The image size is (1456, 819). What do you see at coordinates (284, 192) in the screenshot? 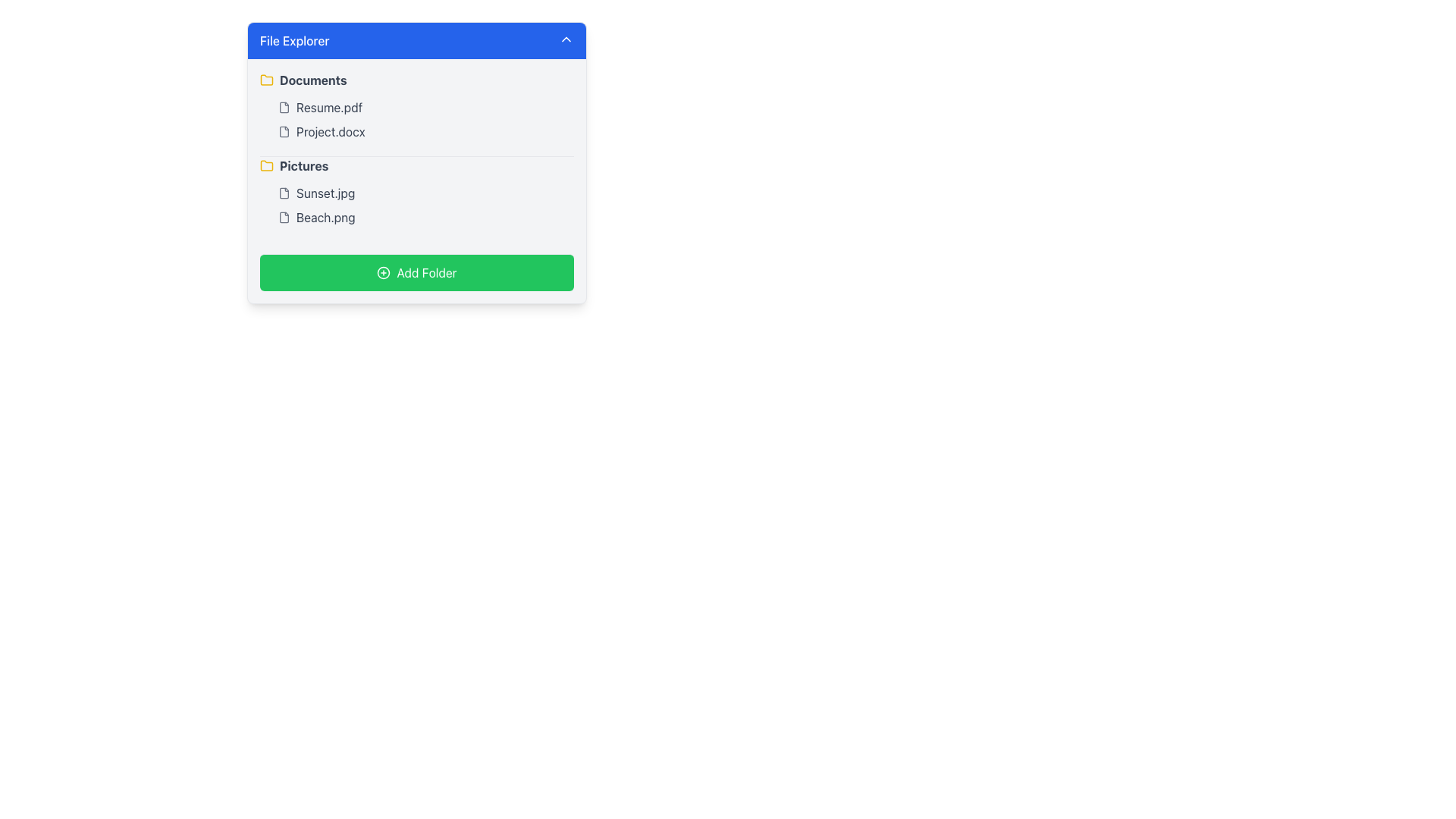
I see `the icon representing the file 'Sunset.jpg' located` at bounding box center [284, 192].